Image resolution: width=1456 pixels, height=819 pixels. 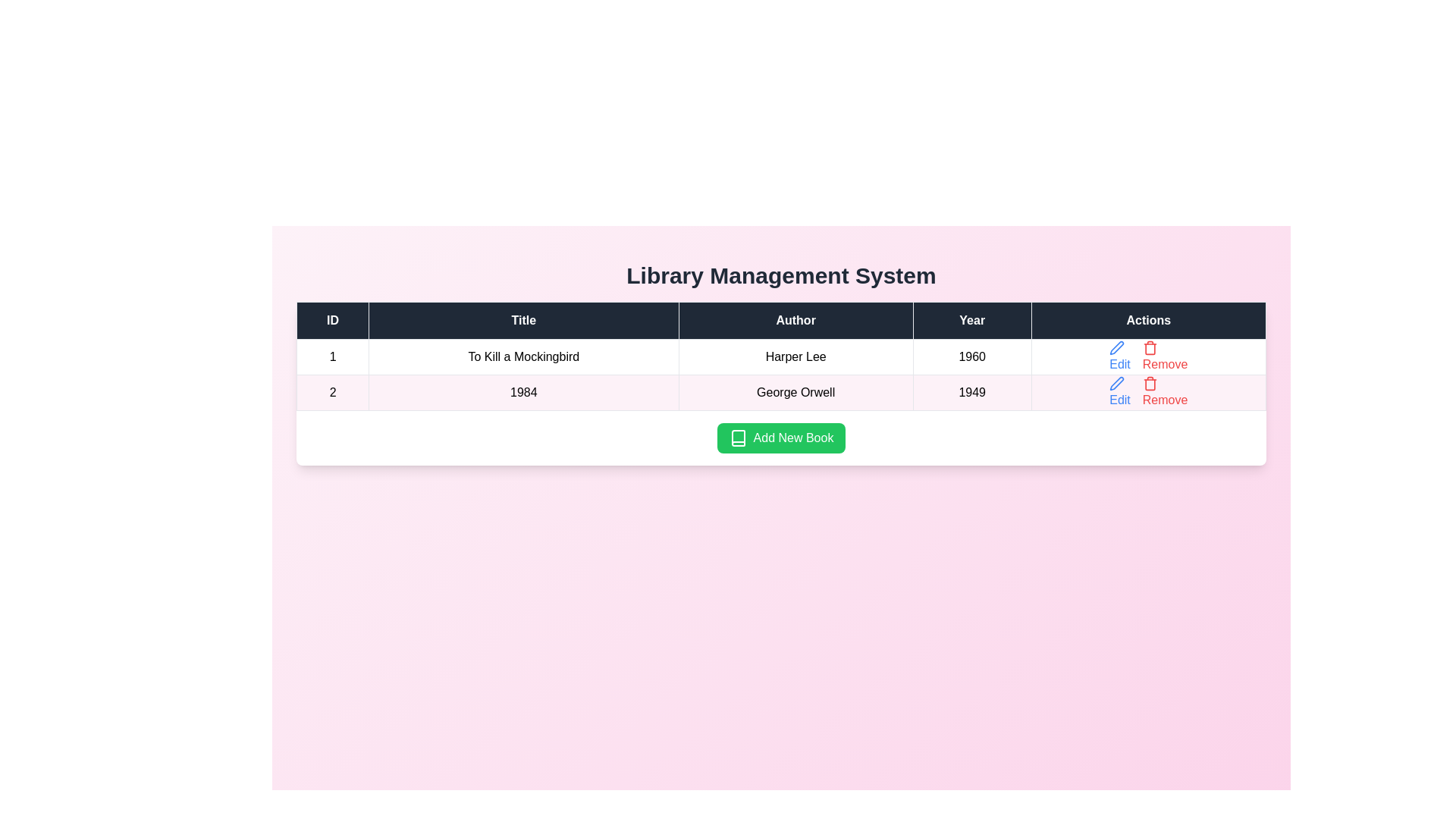 What do you see at coordinates (972, 320) in the screenshot?
I see `the 'Year' header label in the table, which is the fourth item in a sequence of headers including 'ID', 'Title', 'Author', and 'Actions'` at bounding box center [972, 320].